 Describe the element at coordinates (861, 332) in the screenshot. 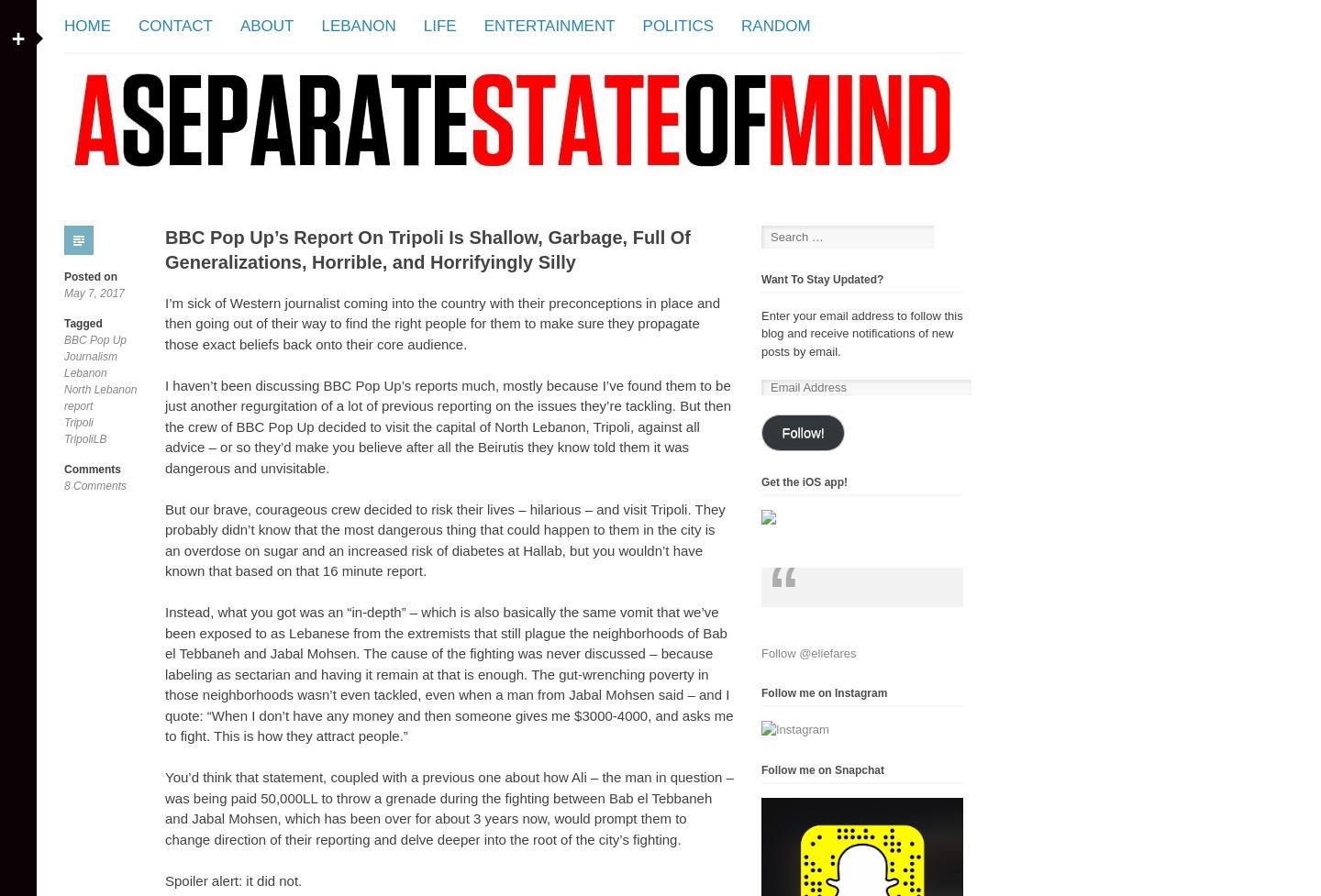

I see `'Enter your email address to follow this blog and receive notifications of new posts by email.'` at that location.